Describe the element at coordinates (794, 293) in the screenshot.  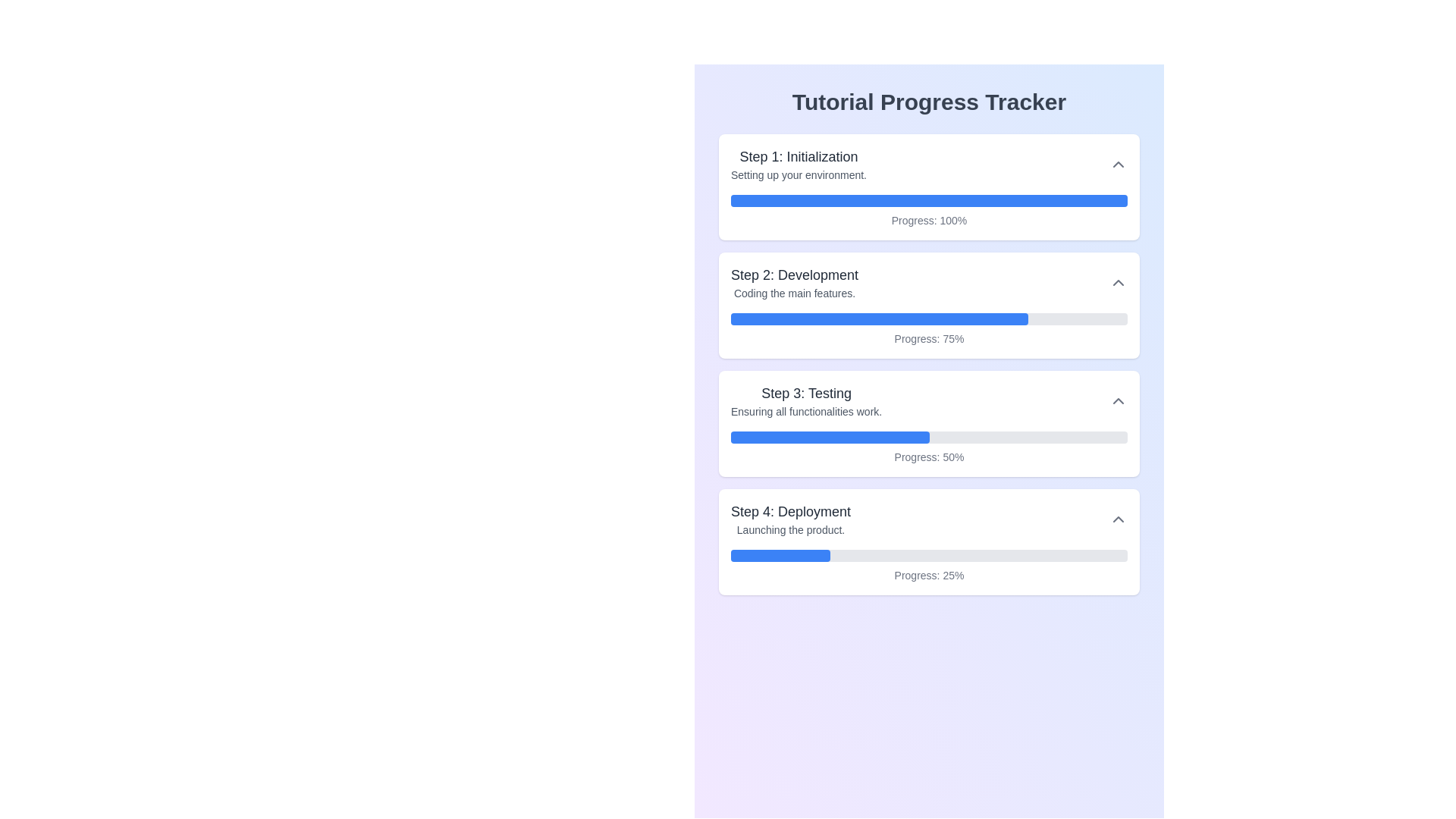
I see `the static text element that provides additional descriptive information for 'Step 2: Development', located beneath the title and above the blue progress bar labeled 'Progress: 75%'` at that location.